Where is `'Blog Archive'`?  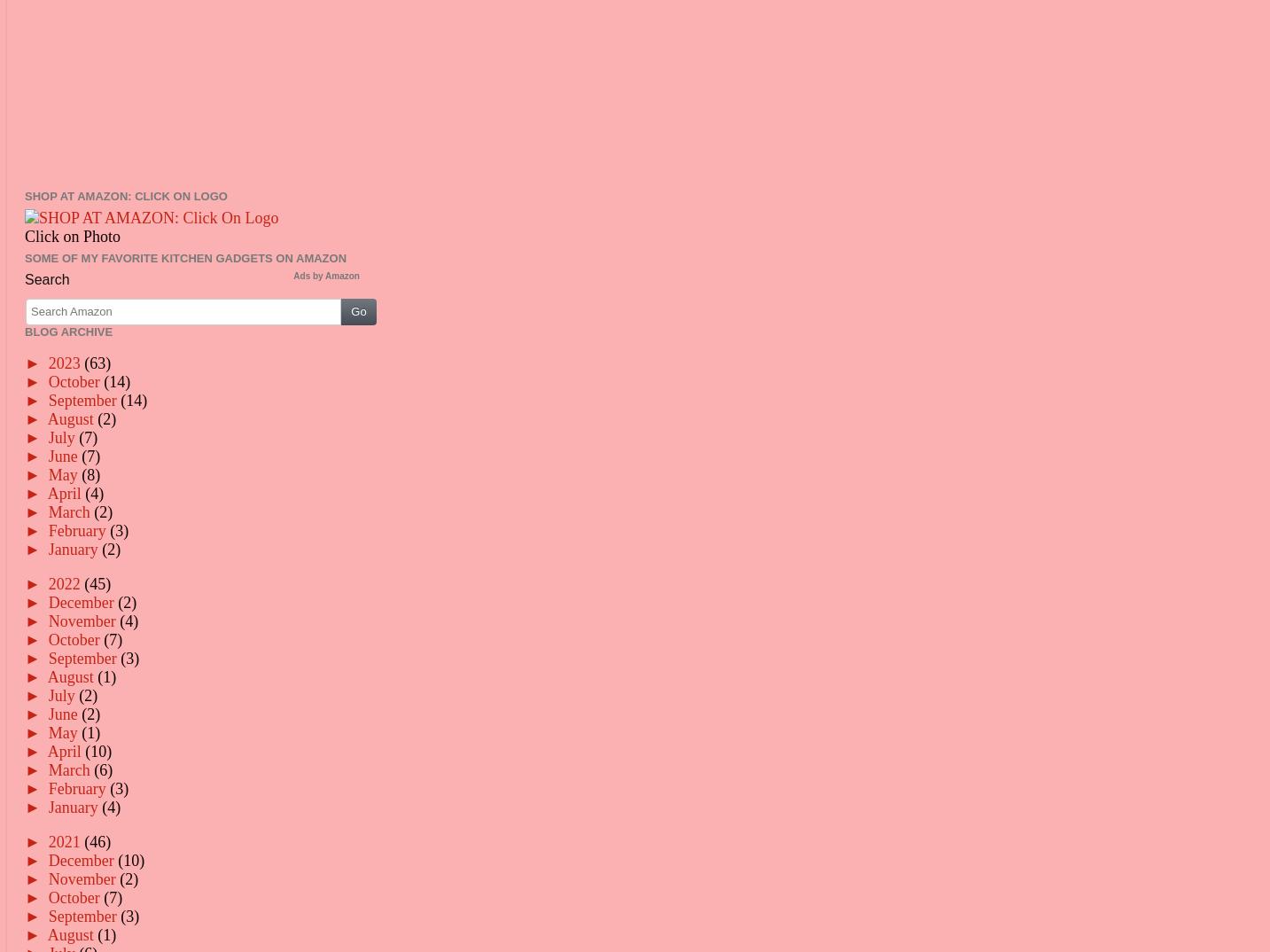 'Blog Archive' is located at coordinates (67, 330).